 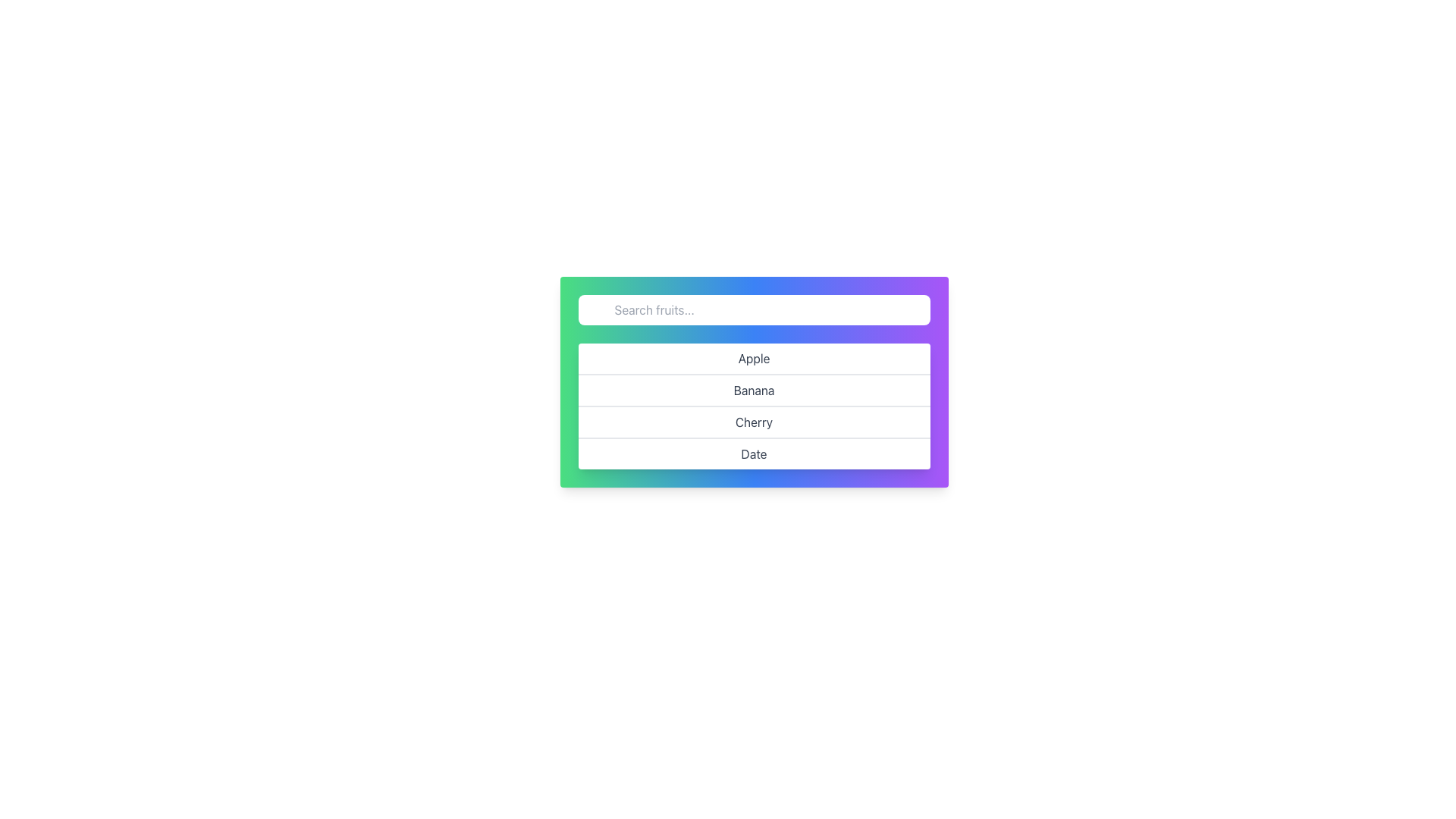 I want to click on the 'Cherry' label in the vertical list, which is the third item below 'Banana' and above 'Date', so click(x=754, y=421).